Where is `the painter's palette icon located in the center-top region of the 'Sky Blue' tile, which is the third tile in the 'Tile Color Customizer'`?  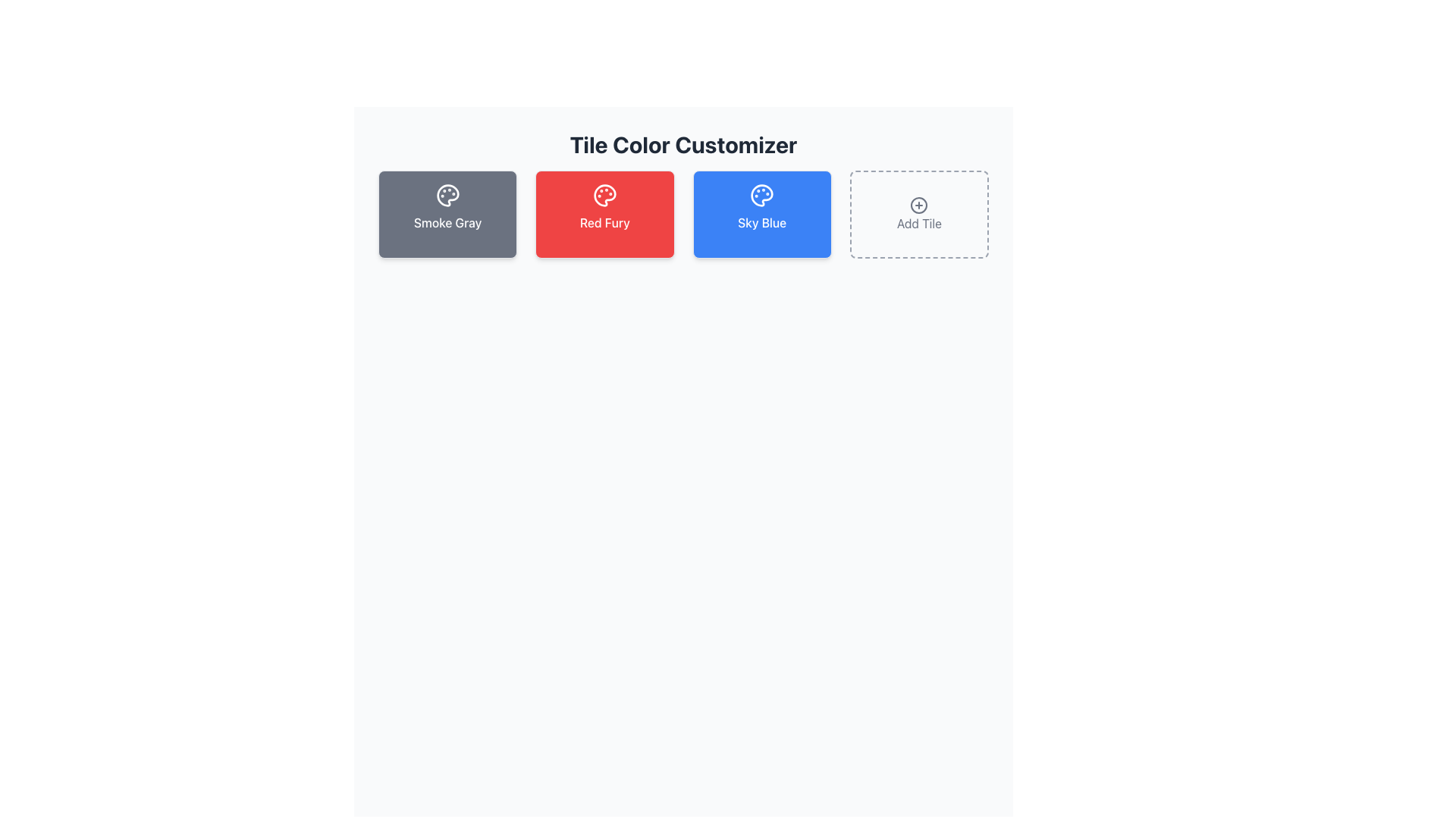 the painter's palette icon located in the center-top region of the 'Sky Blue' tile, which is the third tile in the 'Tile Color Customizer' is located at coordinates (762, 195).